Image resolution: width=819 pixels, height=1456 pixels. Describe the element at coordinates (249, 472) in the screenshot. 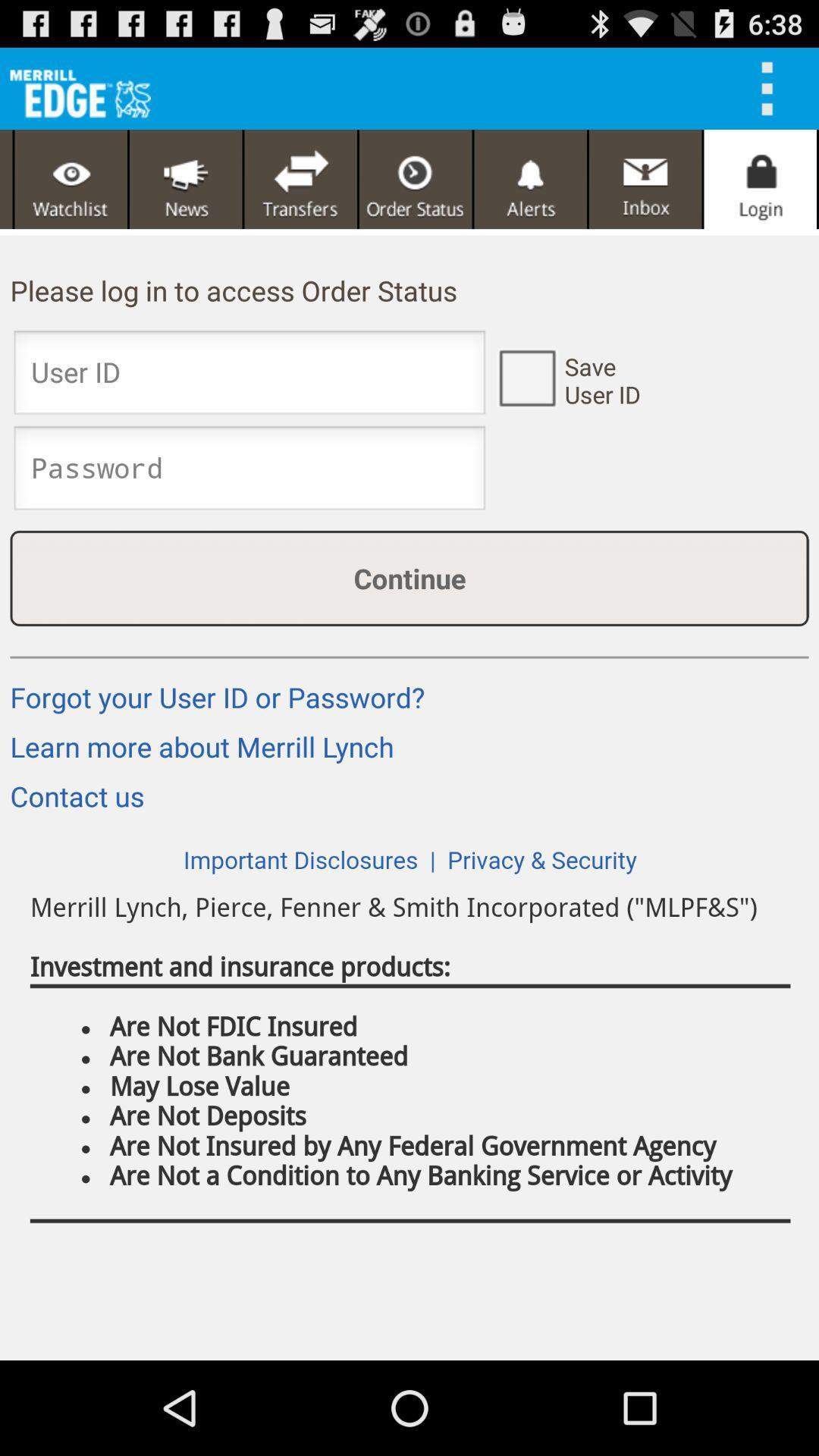

I see `password input` at that location.